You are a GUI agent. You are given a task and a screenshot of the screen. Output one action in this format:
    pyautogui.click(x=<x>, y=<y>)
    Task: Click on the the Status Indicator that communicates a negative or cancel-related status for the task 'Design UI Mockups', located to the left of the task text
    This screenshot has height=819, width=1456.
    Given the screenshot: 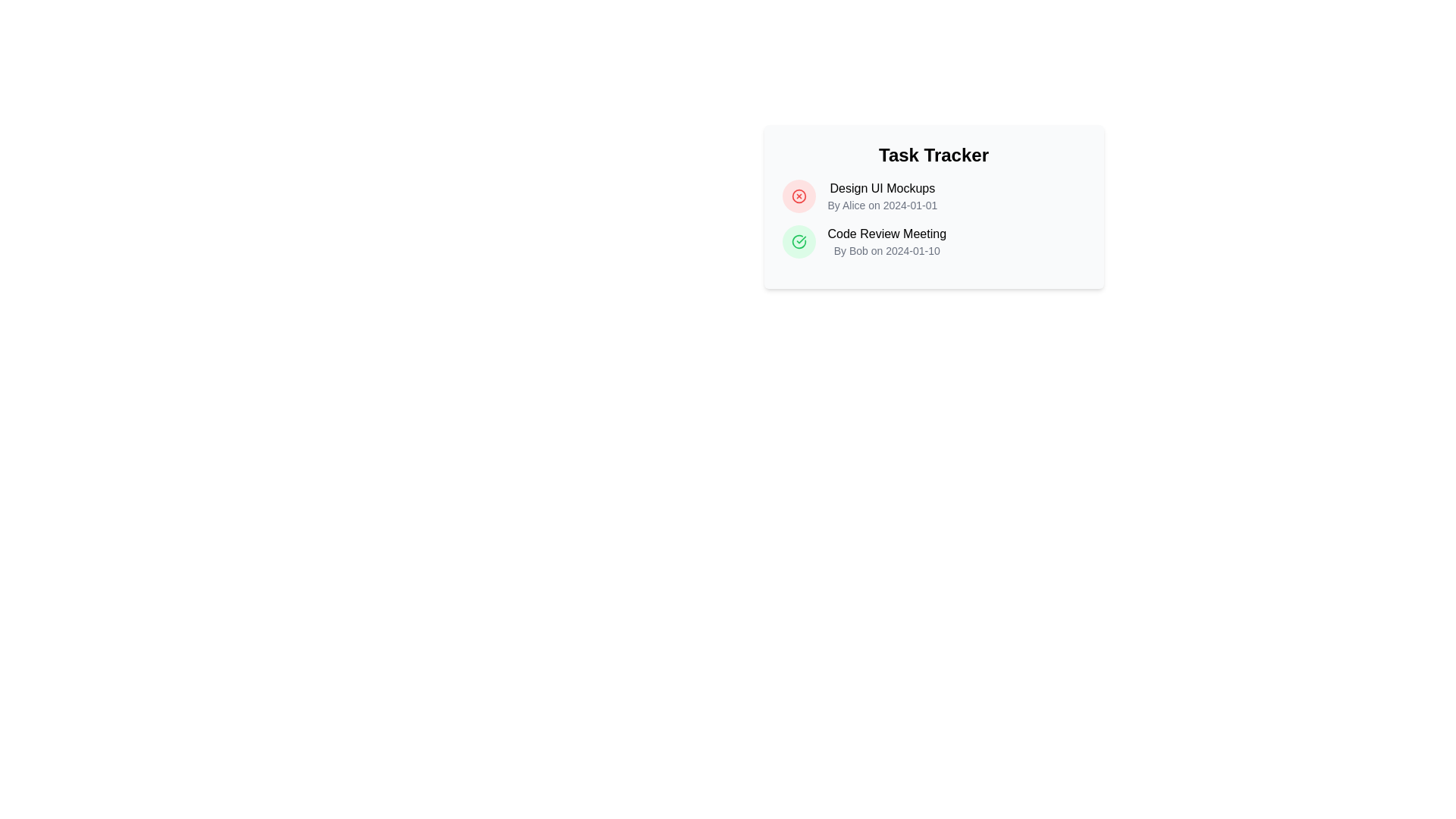 What is the action you would take?
    pyautogui.click(x=798, y=195)
    